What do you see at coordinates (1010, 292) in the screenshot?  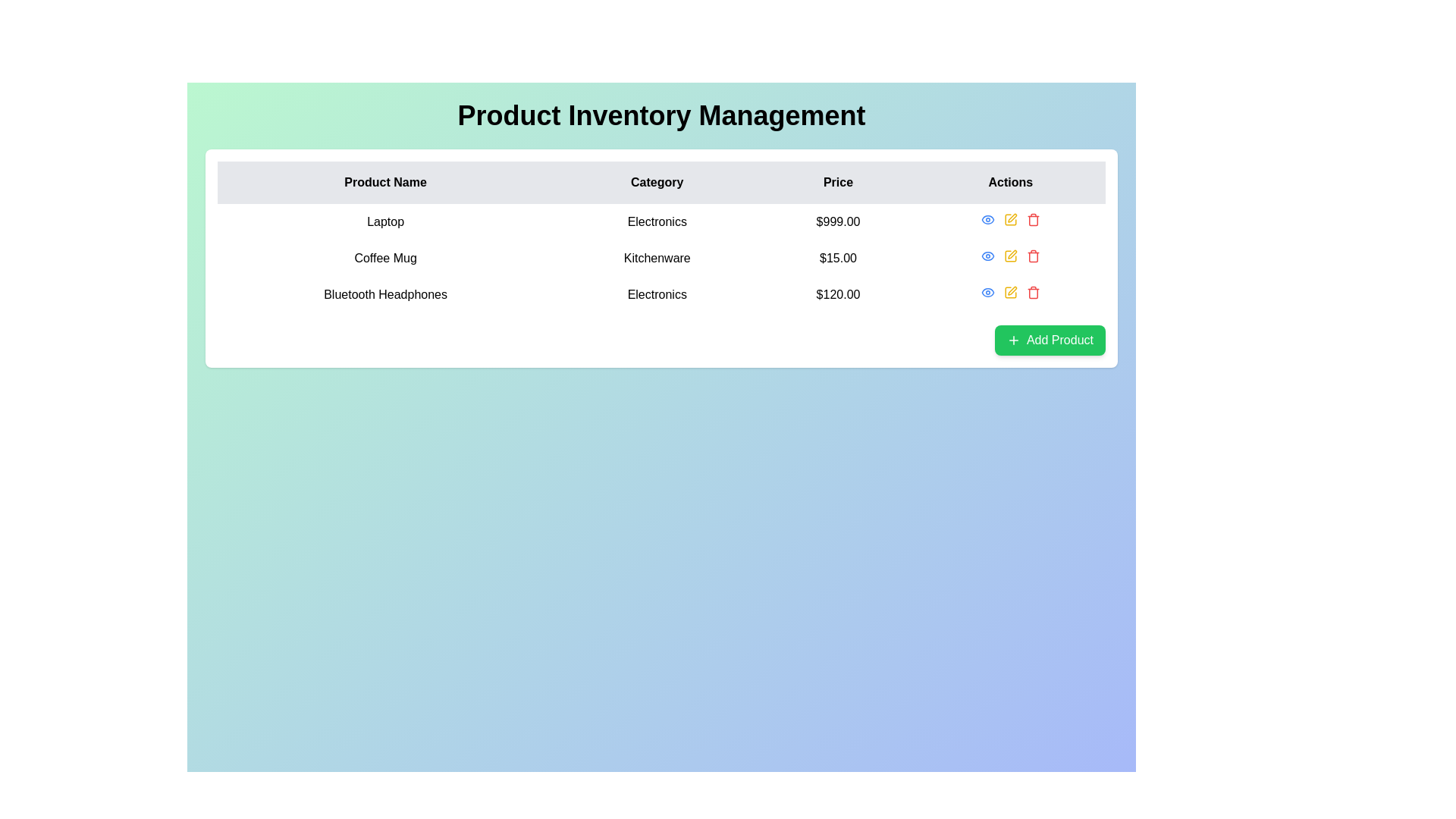 I see `the edit button located in the 'Actions' column of the table row for 'Bluetooth Headphones'` at bounding box center [1010, 292].